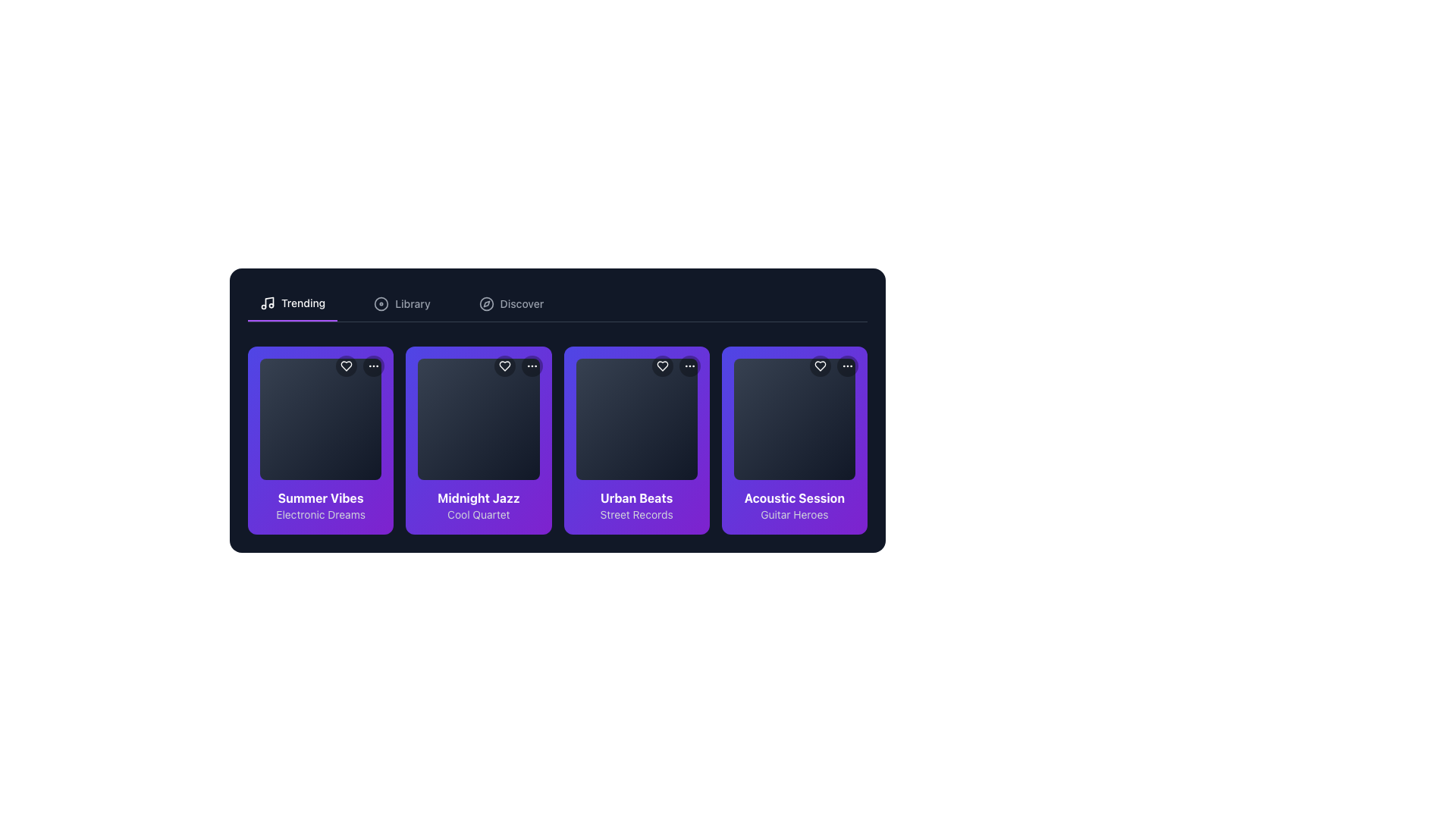  Describe the element at coordinates (662, 366) in the screenshot. I see `the heart-shaped icon located in the upper-right corner of the 'Urban Beats' card` at that location.